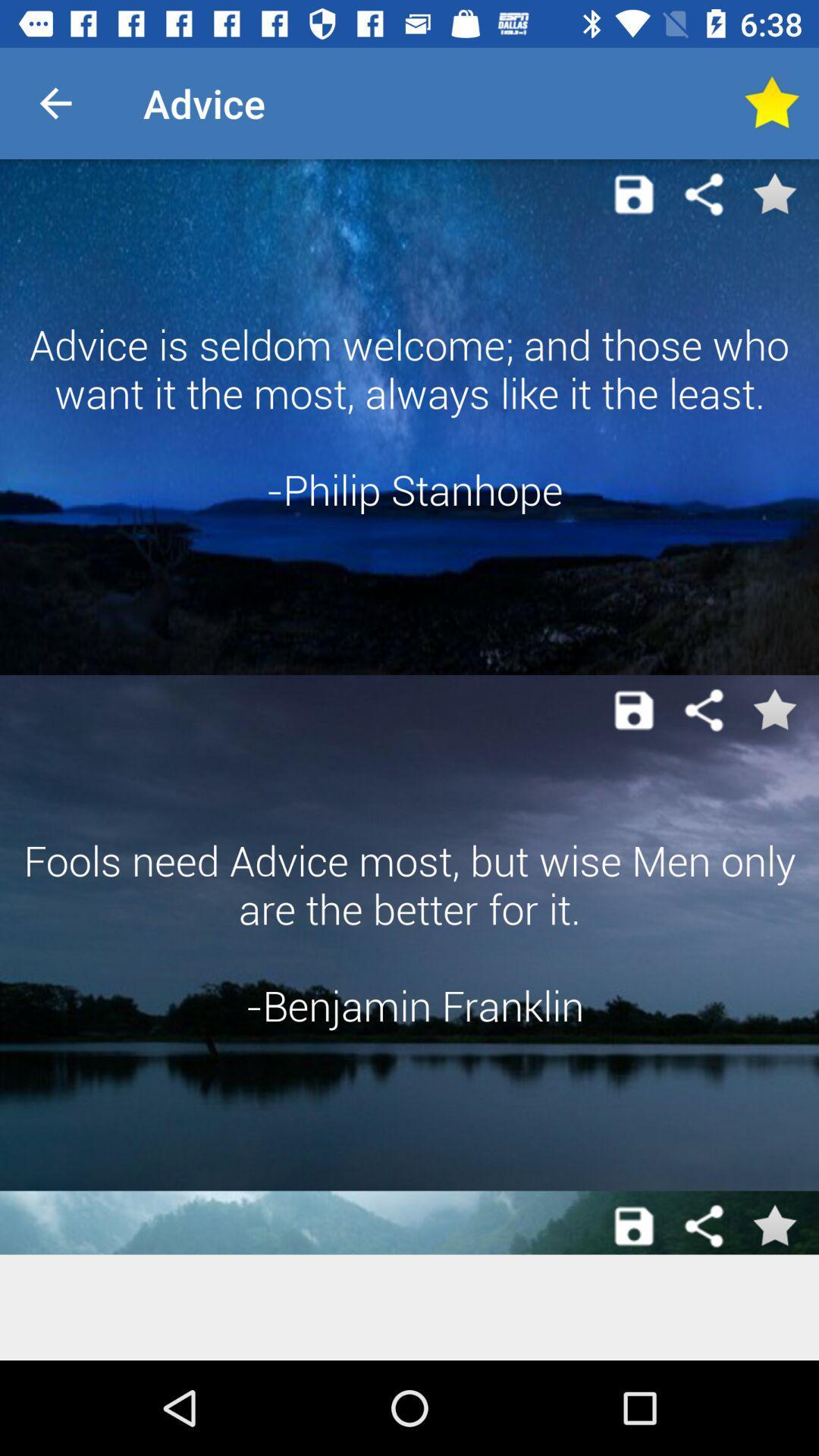  I want to click on item to the left of advice icon, so click(55, 102).